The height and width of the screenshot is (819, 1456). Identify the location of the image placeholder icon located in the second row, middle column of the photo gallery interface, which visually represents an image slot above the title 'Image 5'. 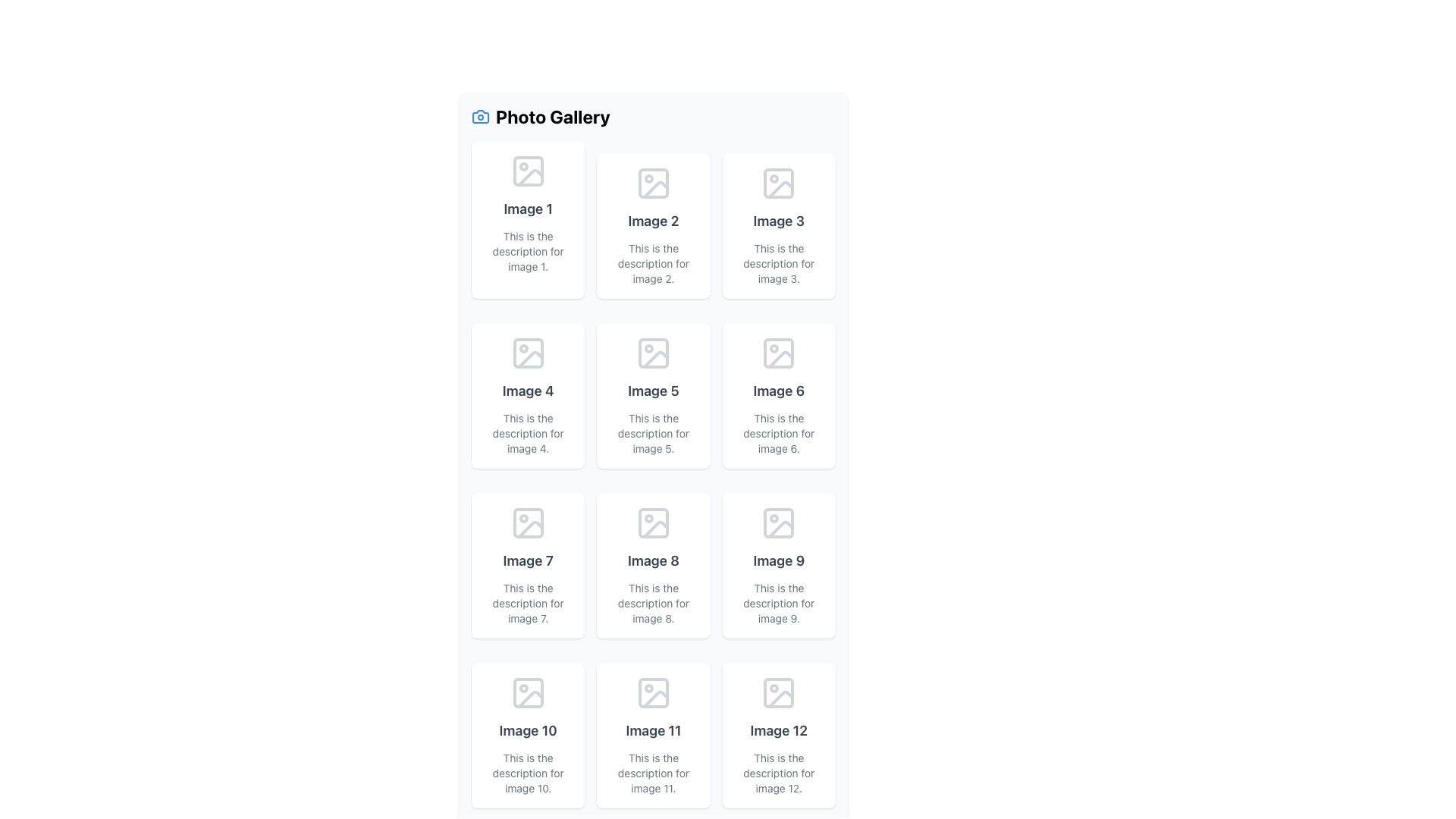
(653, 353).